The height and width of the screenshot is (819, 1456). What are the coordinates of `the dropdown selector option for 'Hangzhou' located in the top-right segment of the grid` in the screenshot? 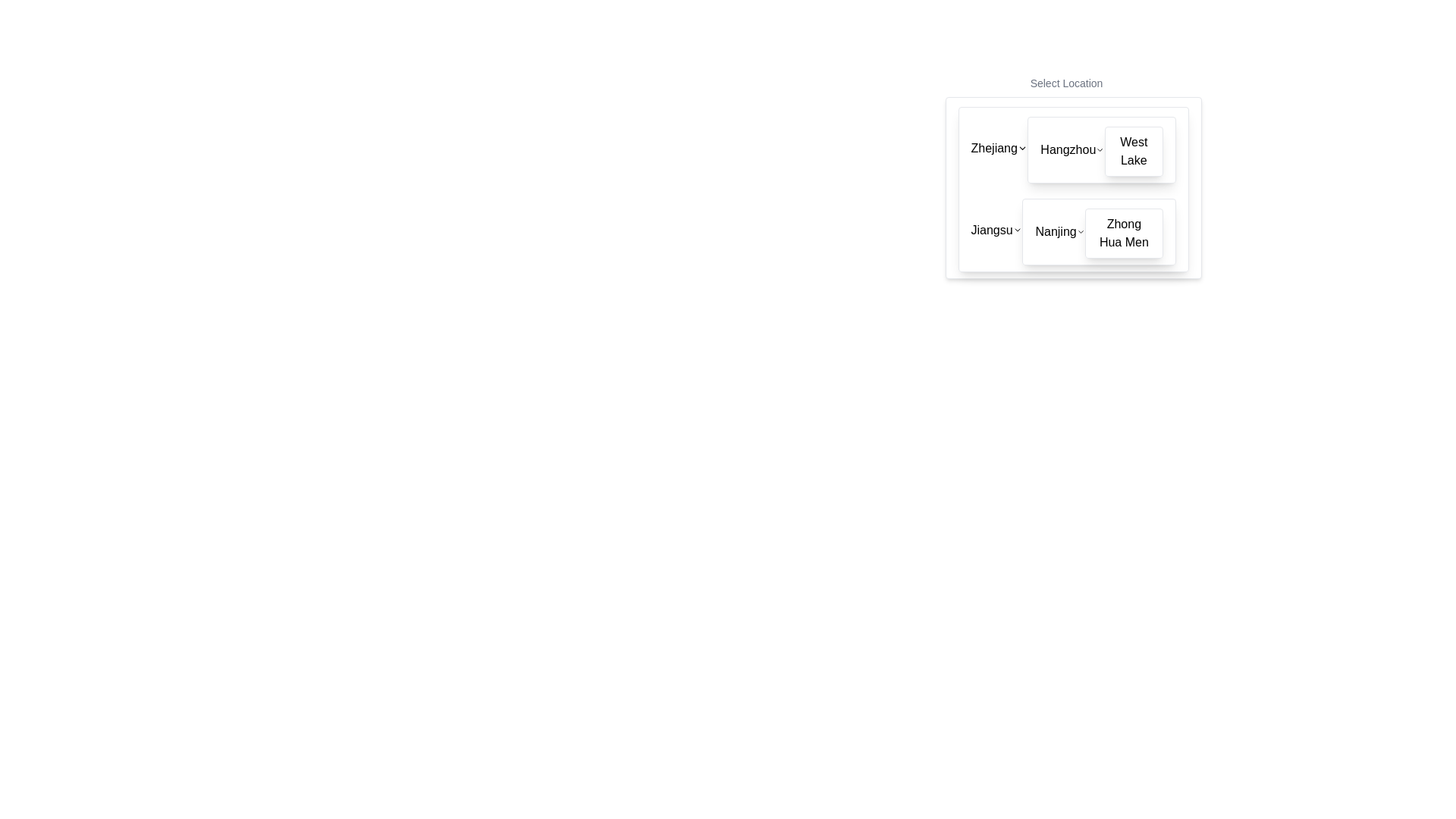 It's located at (1065, 158).